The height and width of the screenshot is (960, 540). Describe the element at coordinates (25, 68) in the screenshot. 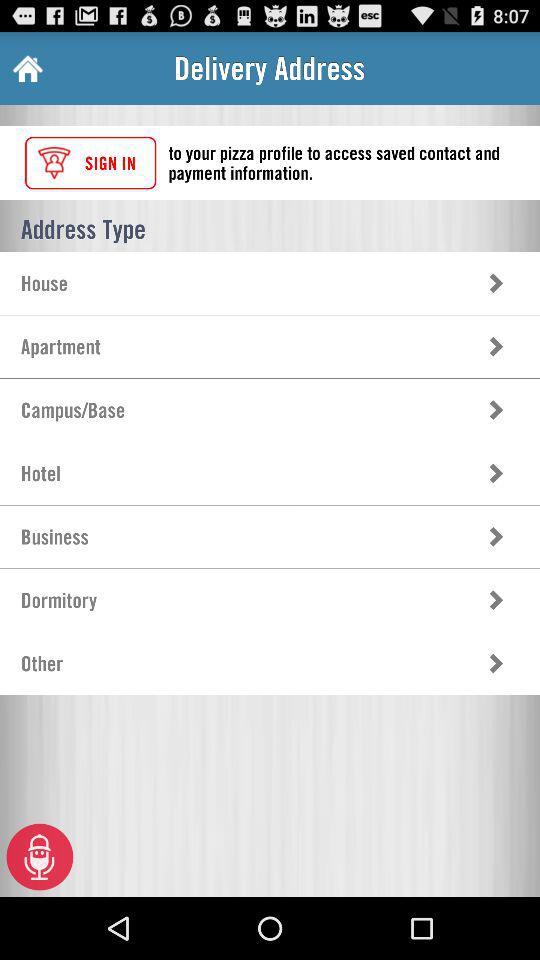

I see `the item next to the delivery address item` at that location.